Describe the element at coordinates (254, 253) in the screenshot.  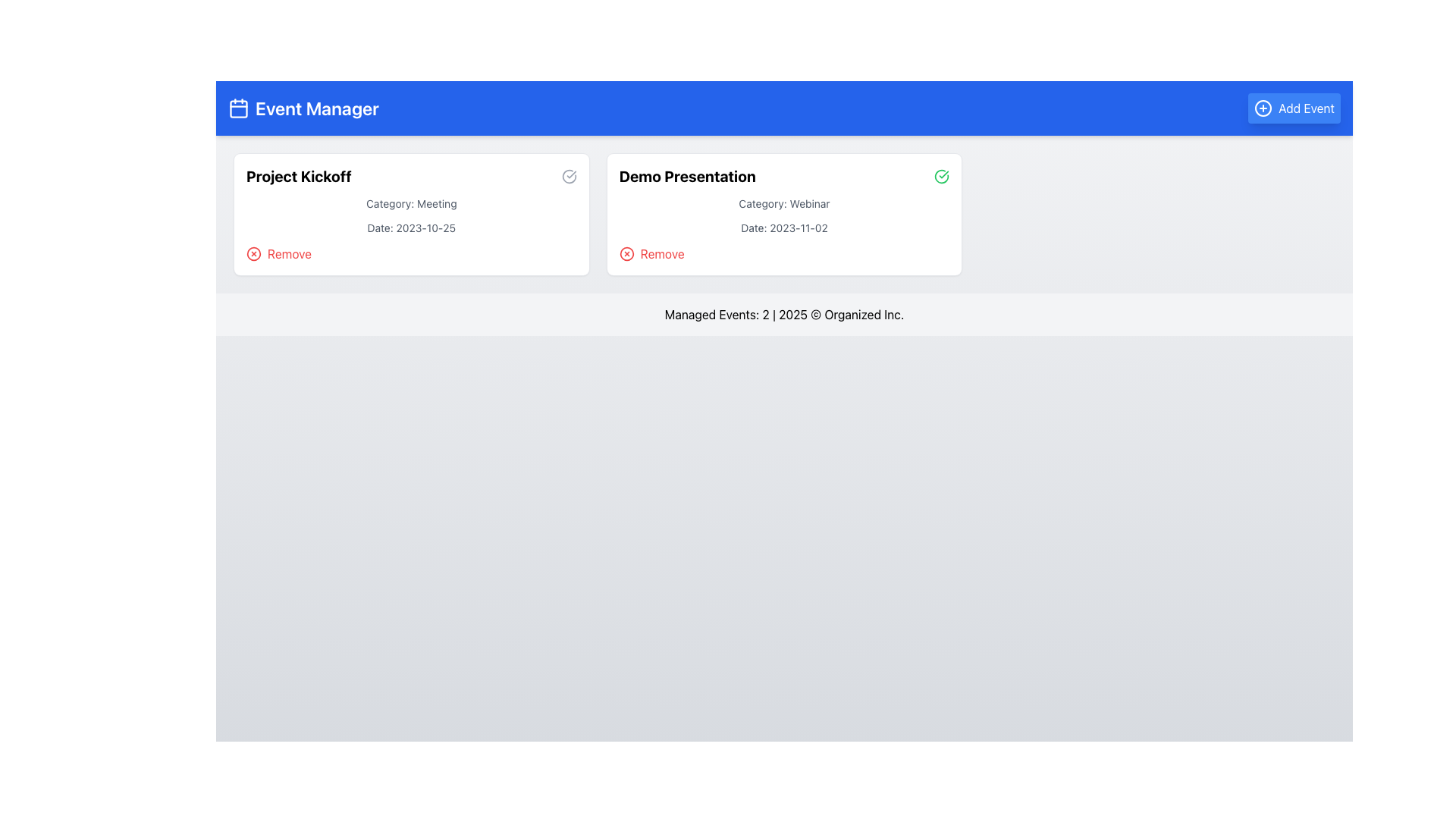
I see `the SVG Circle element located in the top right corner of the 'Demo Presentation' card, which serves as the close button graphic` at that location.